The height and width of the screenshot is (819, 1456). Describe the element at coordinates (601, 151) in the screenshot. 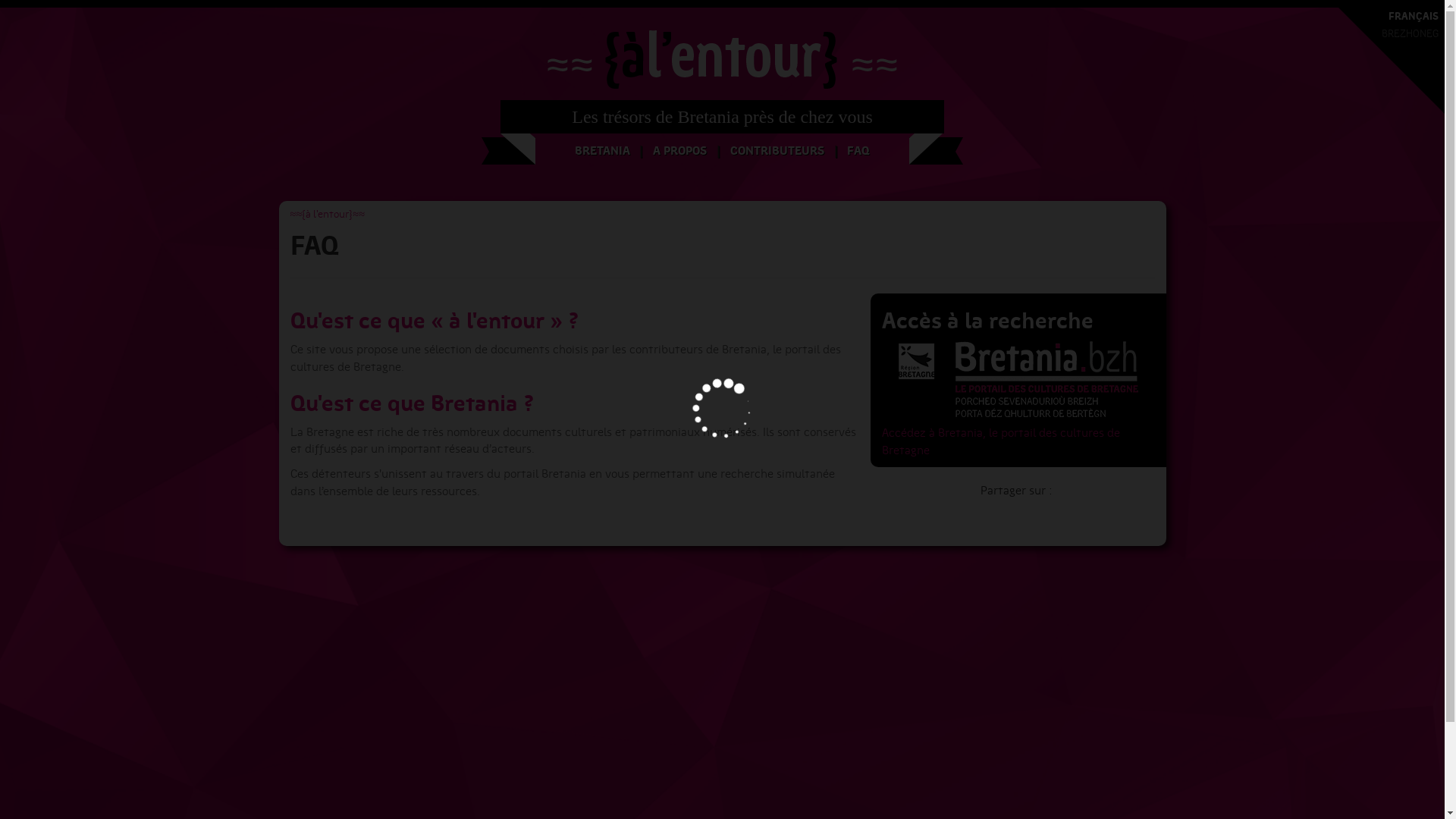

I see `'BRETANIA'` at that location.